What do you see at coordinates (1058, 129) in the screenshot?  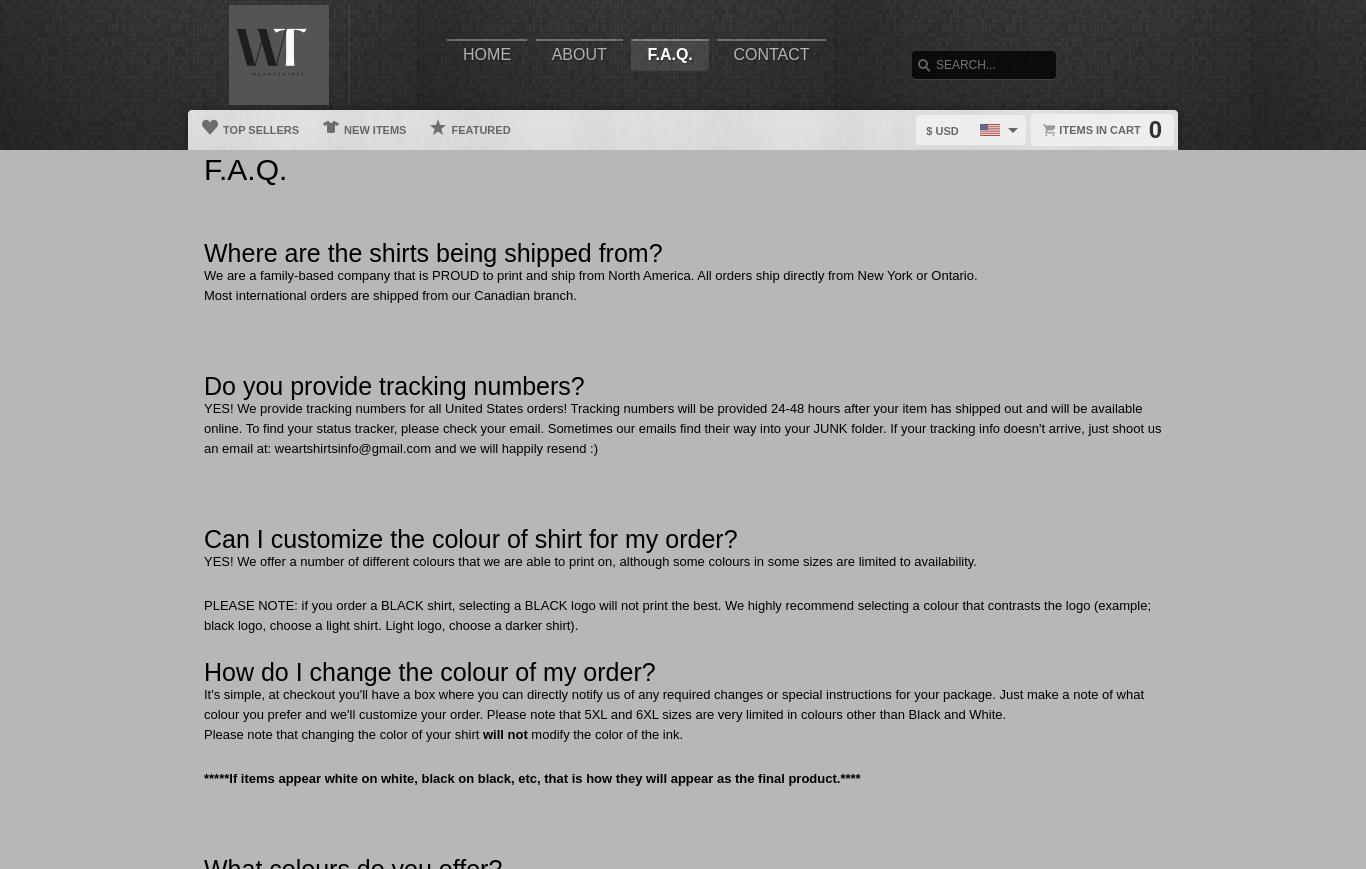 I see `'Items in cart'` at bounding box center [1058, 129].